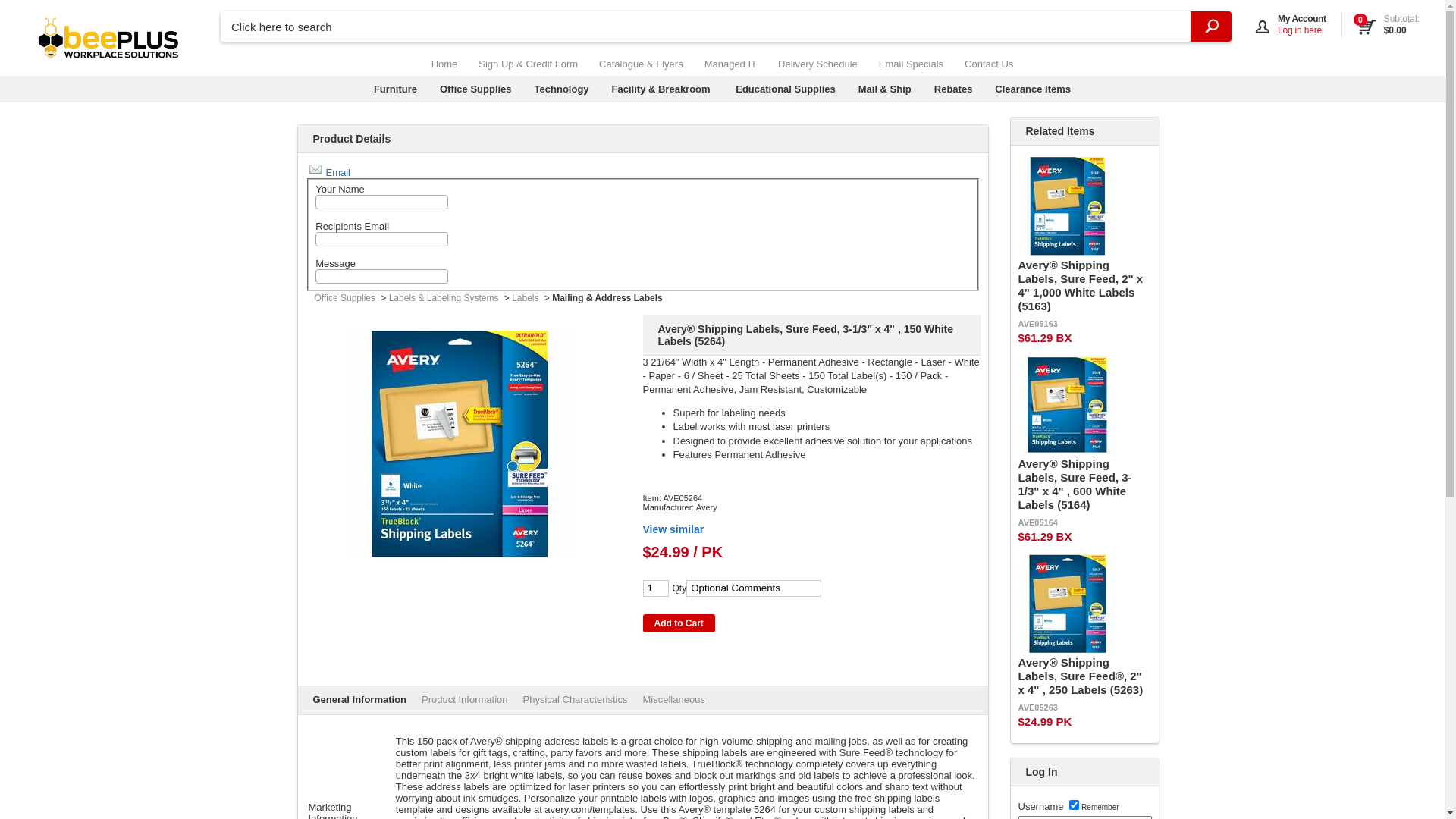 The width and height of the screenshot is (1456, 819). I want to click on 'Product Information', so click(463, 699).